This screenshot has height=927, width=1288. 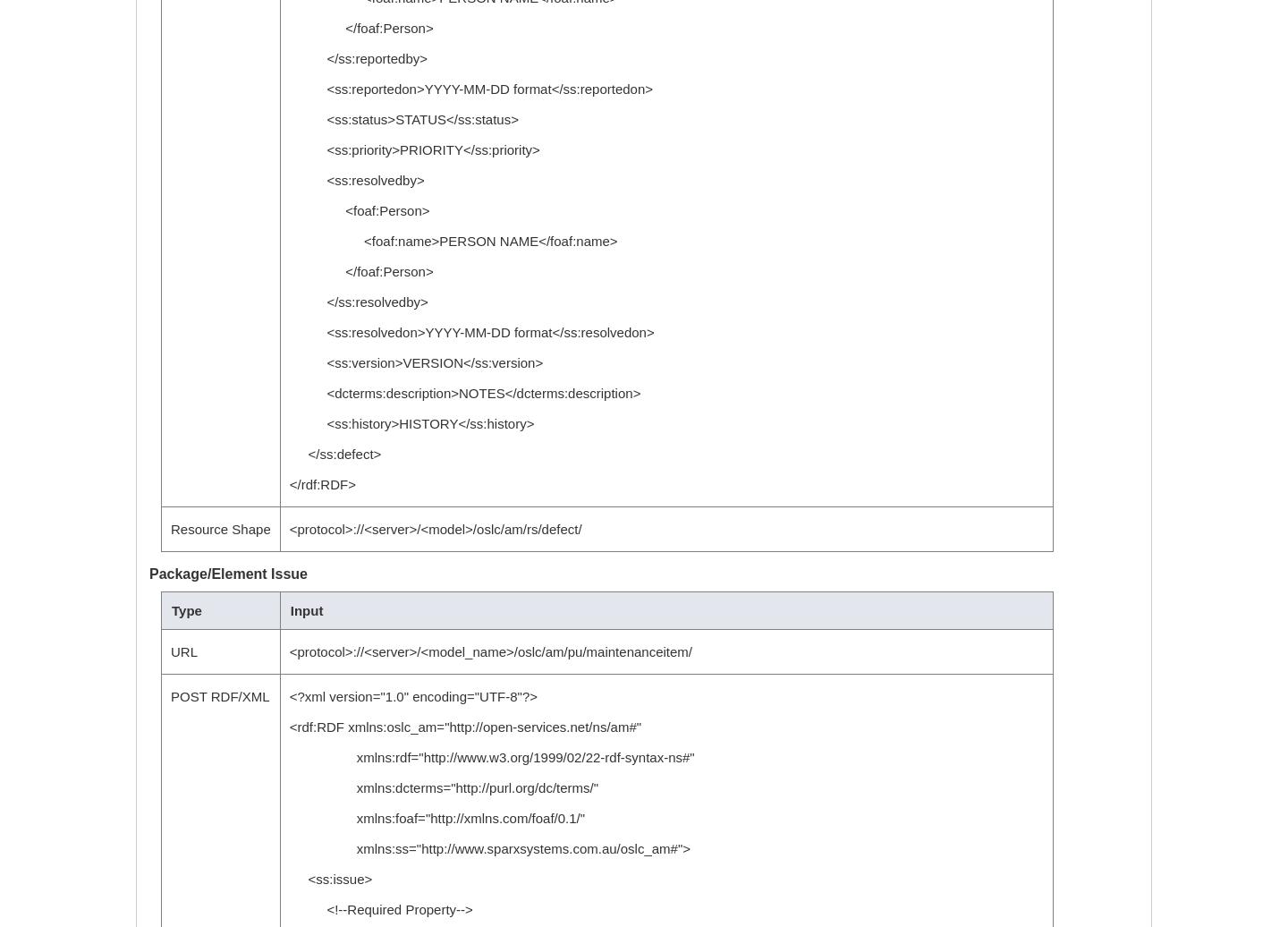 What do you see at coordinates (412, 696) in the screenshot?
I see `'<?xml version="1.0" encoding="UTF-8"?>'` at bounding box center [412, 696].